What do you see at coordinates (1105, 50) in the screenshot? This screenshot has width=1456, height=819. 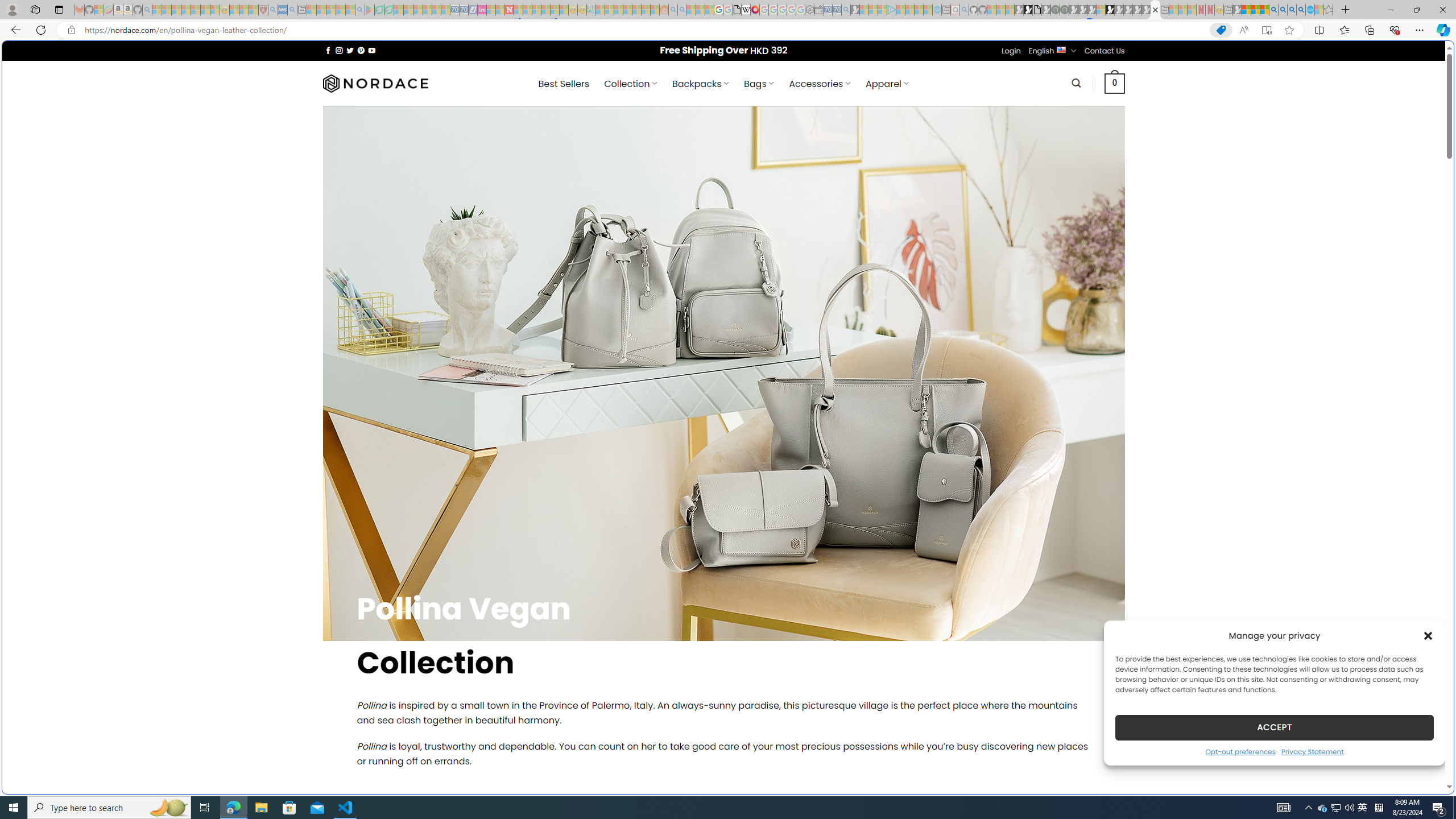 I see `'Contact Us'` at bounding box center [1105, 50].